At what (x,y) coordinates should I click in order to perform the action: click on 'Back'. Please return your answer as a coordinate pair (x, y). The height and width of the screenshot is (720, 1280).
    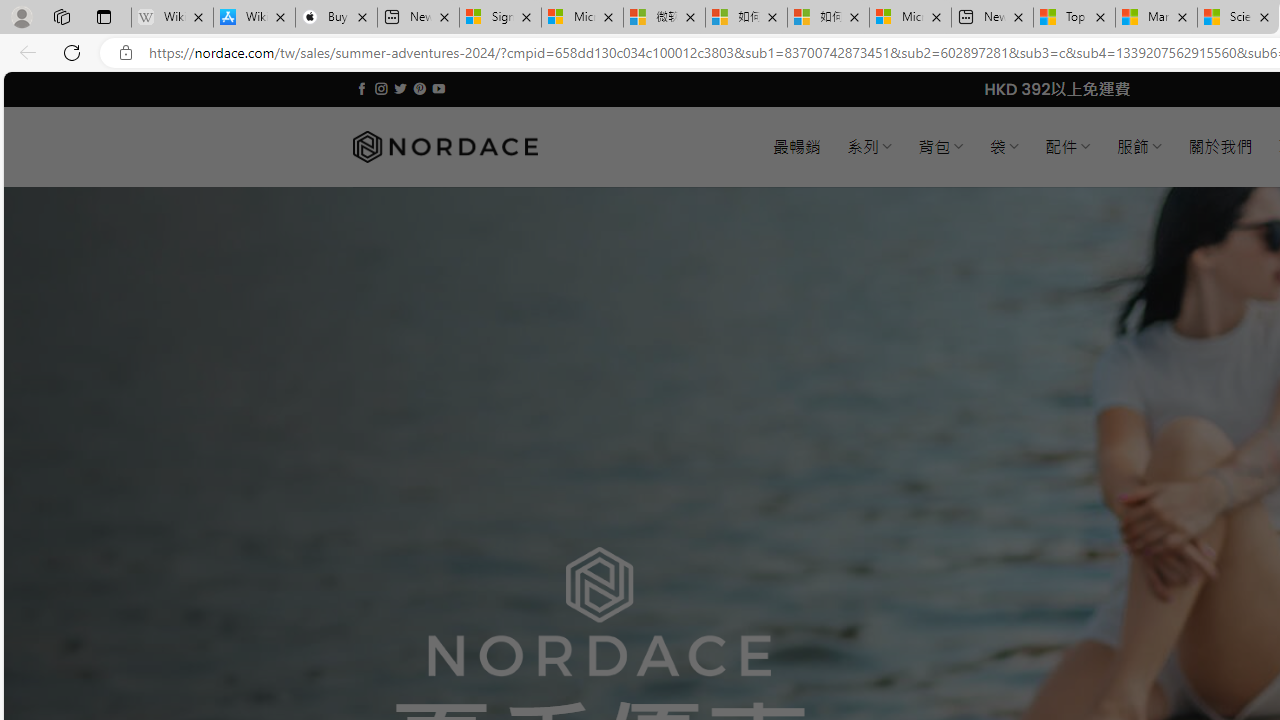
    Looking at the image, I should click on (24, 51).